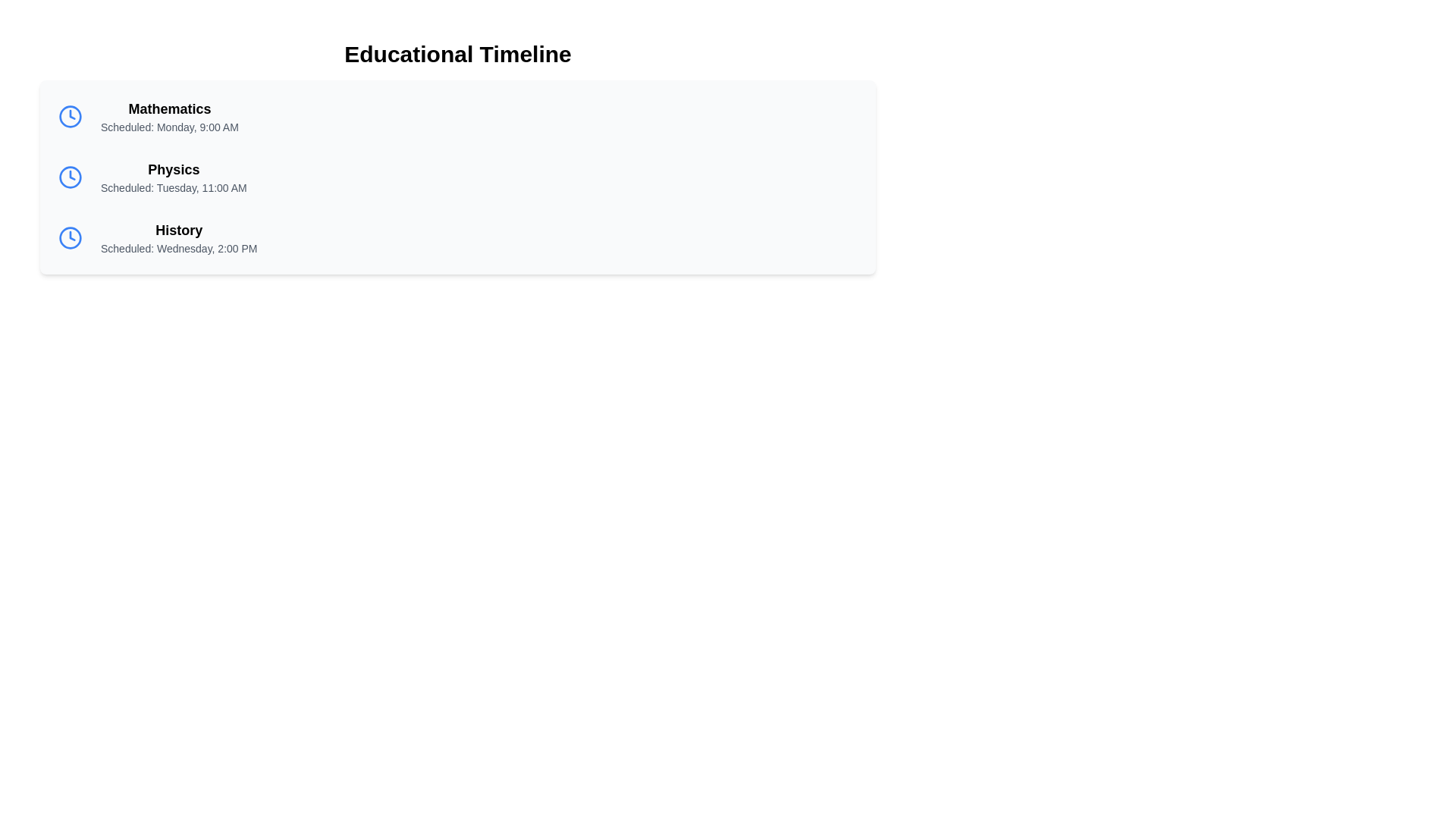 The height and width of the screenshot is (819, 1456). I want to click on the 'History' information card, which displays the title 'History' in bold and the subtitle 'Scheduled: Wednesday, 2:00 PM', located in the Educational Timeline section of the UI, so click(457, 237).